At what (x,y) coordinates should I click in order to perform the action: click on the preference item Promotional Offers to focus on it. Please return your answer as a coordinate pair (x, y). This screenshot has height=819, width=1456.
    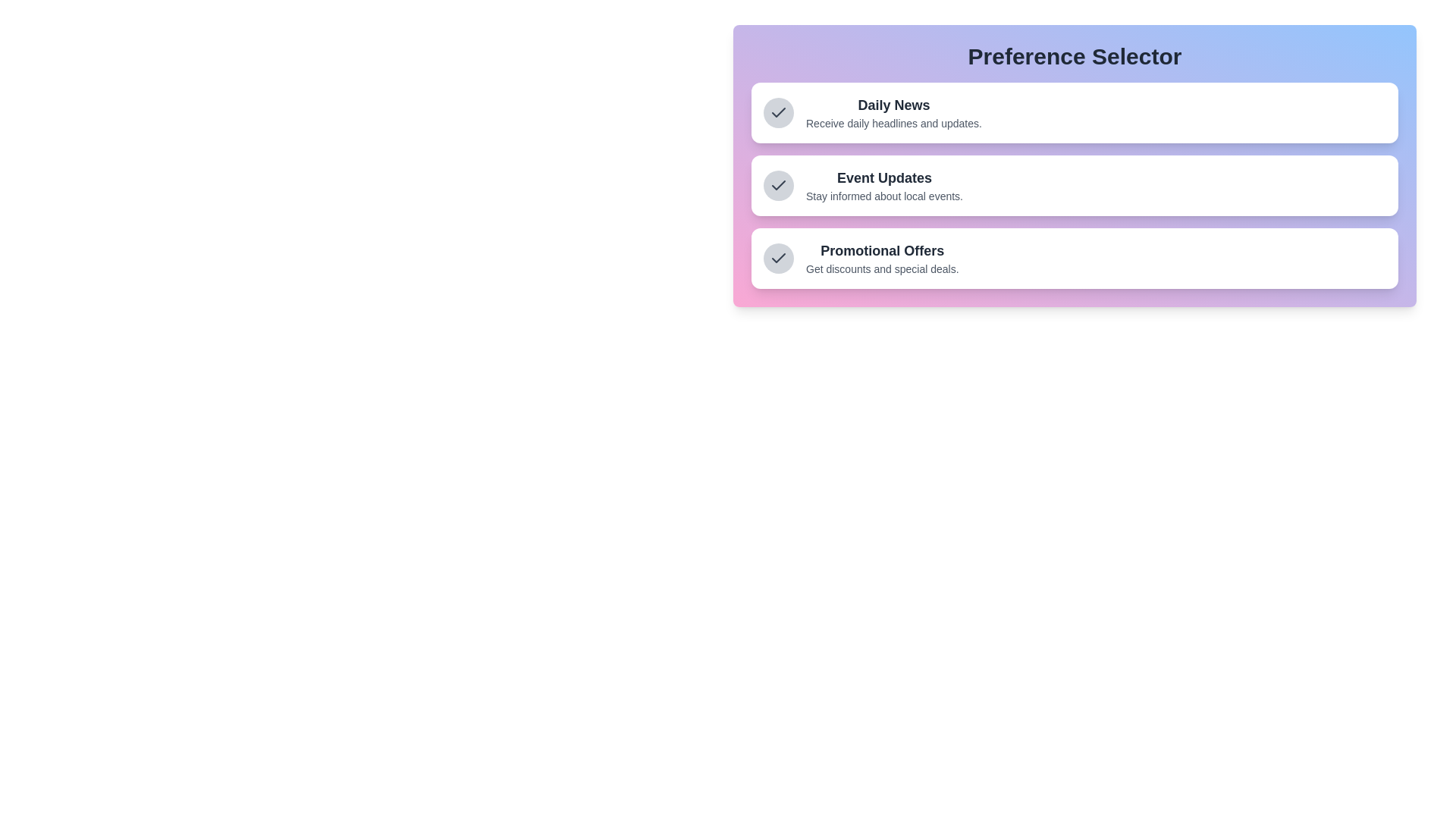
    Looking at the image, I should click on (779, 257).